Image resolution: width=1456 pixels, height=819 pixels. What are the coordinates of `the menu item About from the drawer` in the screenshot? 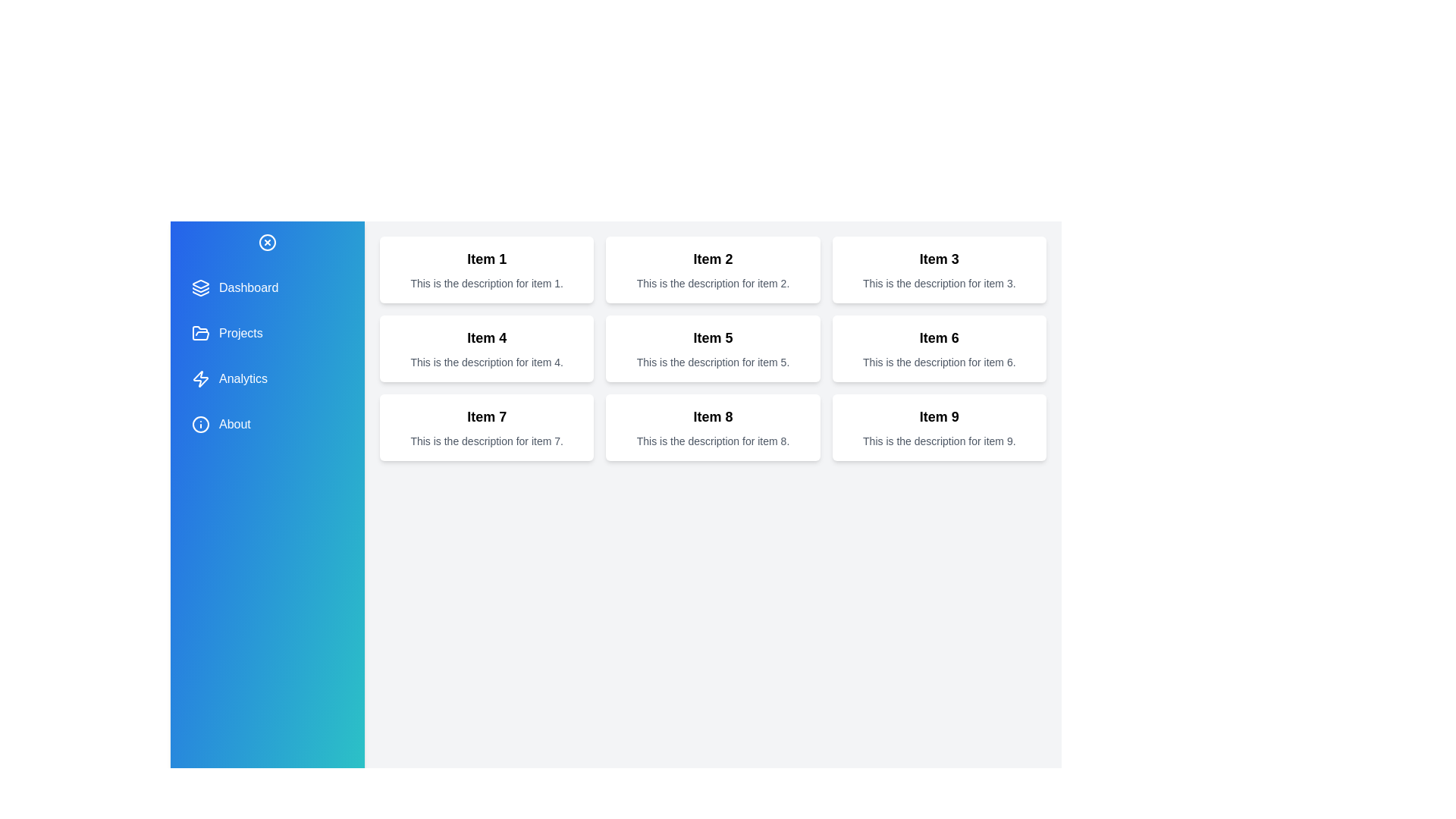 It's located at (268, 424).